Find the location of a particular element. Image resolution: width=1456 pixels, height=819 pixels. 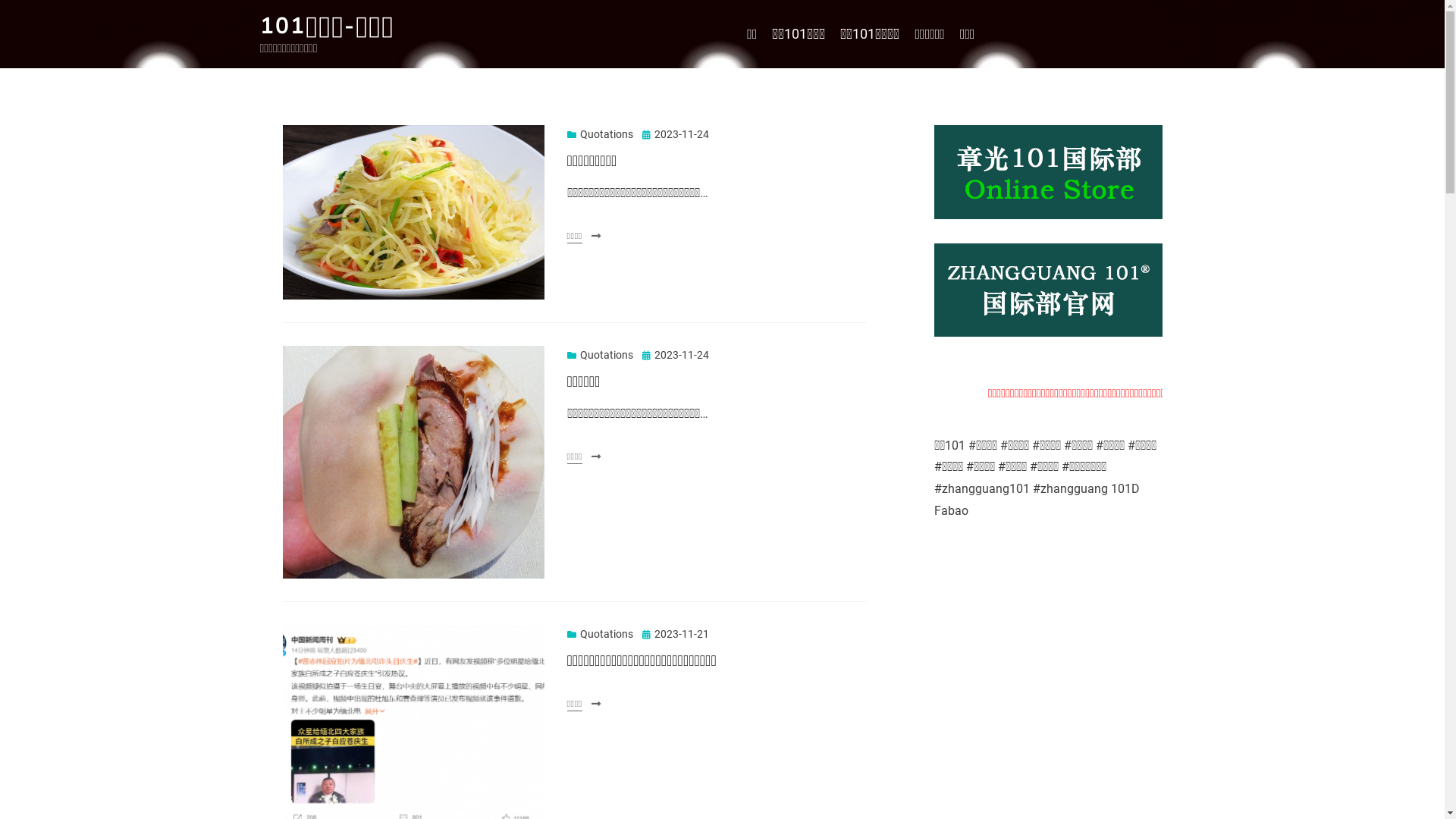

'2023-11-21' is located at coordinates (673, 634).